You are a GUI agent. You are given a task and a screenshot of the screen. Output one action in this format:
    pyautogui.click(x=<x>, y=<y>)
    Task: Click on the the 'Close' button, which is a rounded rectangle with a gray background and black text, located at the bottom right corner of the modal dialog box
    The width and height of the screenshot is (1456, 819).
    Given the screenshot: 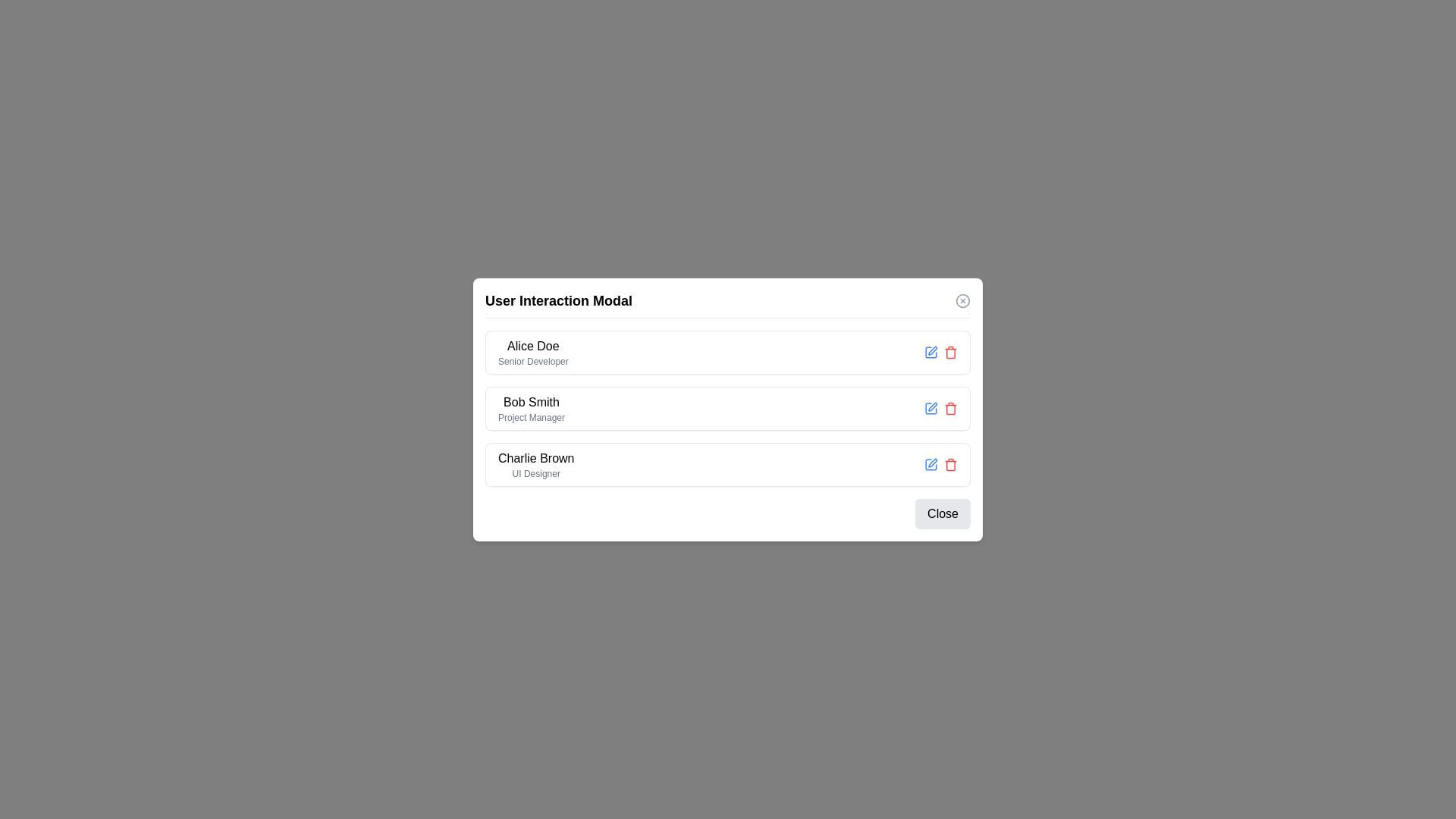 What is the action you would take?
    pyautogui.click(x=942, y=513)
    